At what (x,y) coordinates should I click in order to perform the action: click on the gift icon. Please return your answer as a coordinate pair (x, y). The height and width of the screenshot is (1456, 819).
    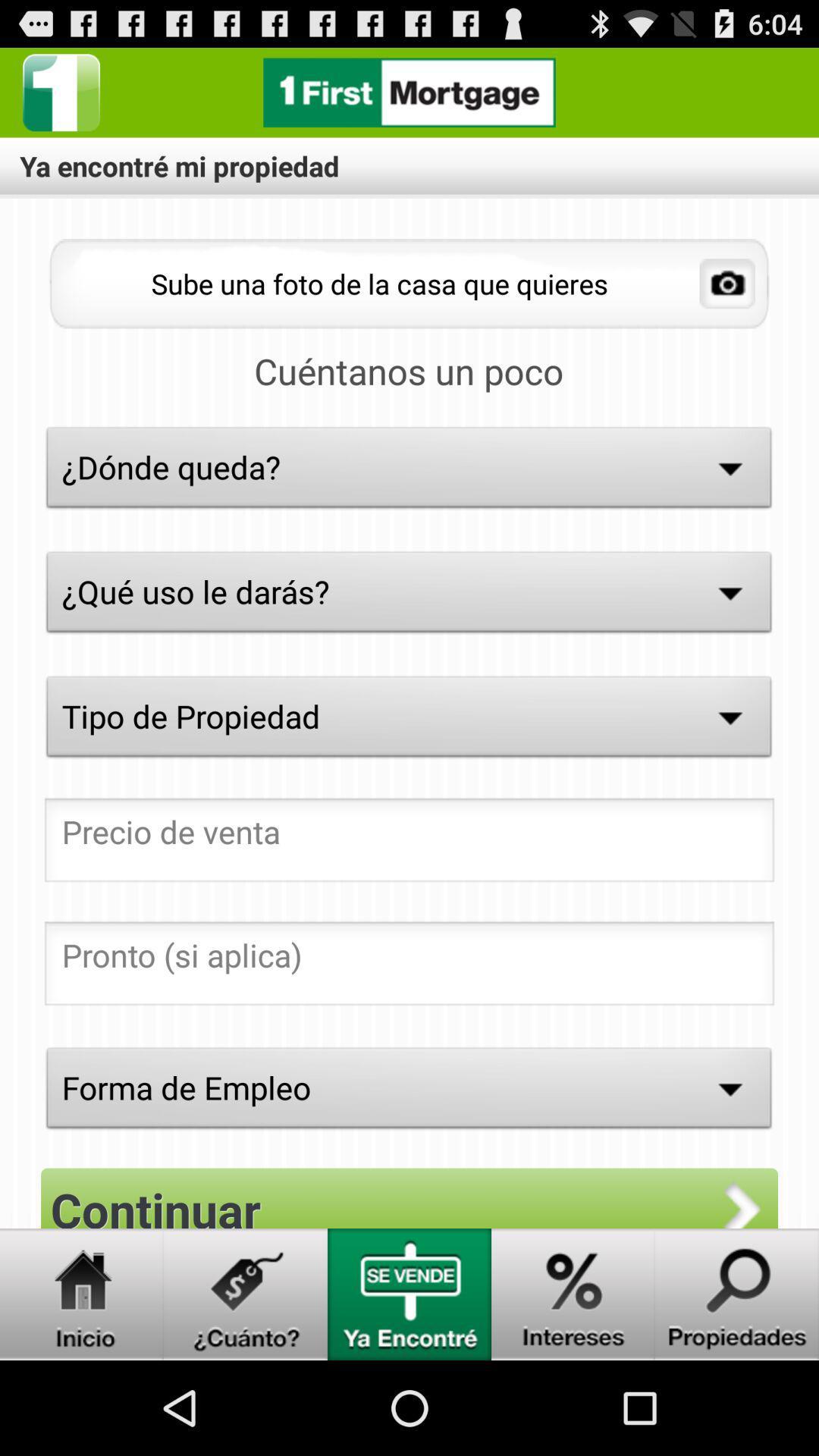
    Looking at the image, I should click on (409, 1385).